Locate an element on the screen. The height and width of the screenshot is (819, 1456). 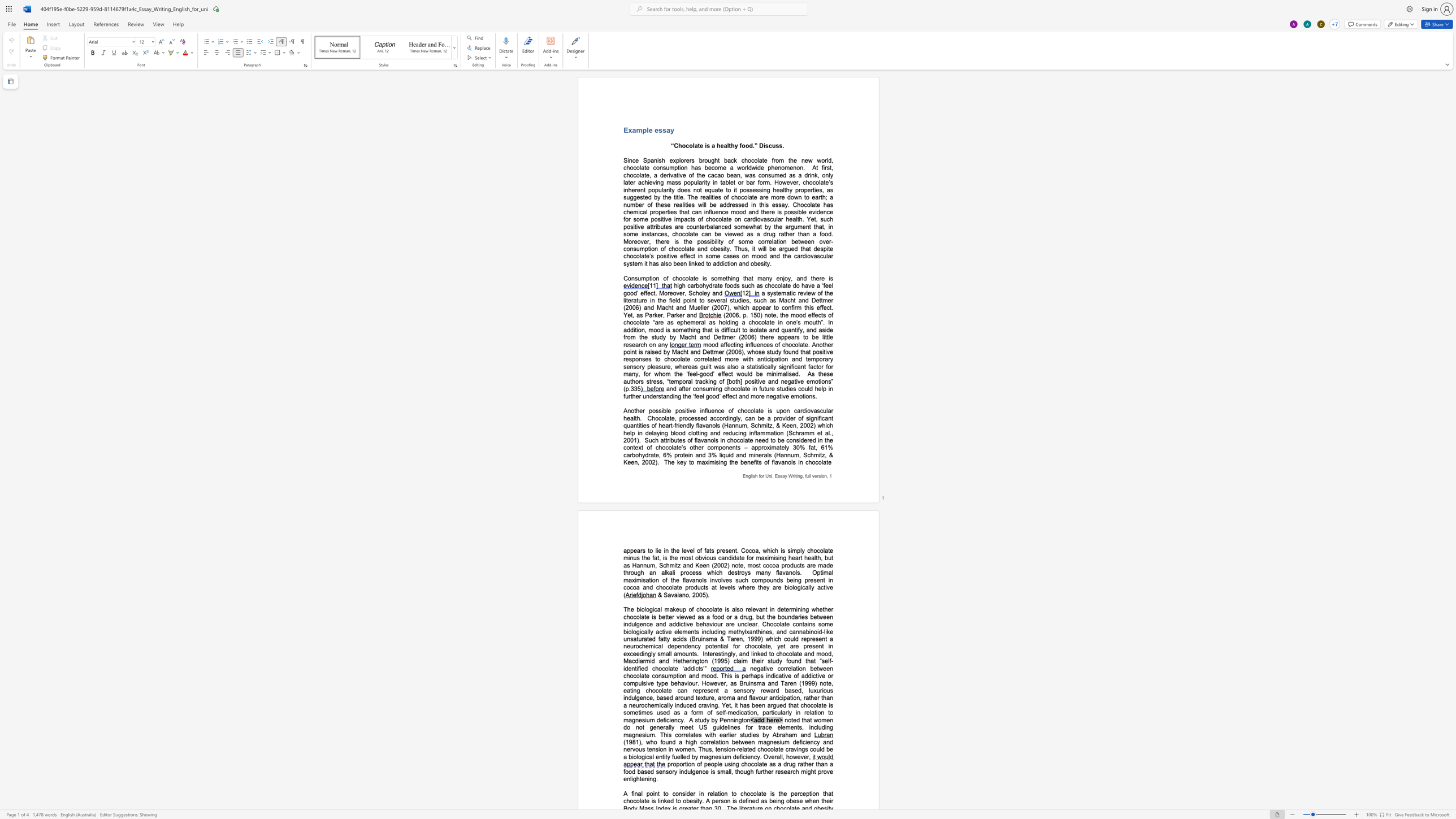
the space between the continuous character "s" and "t" in the text is located at coordinates (769, 661).